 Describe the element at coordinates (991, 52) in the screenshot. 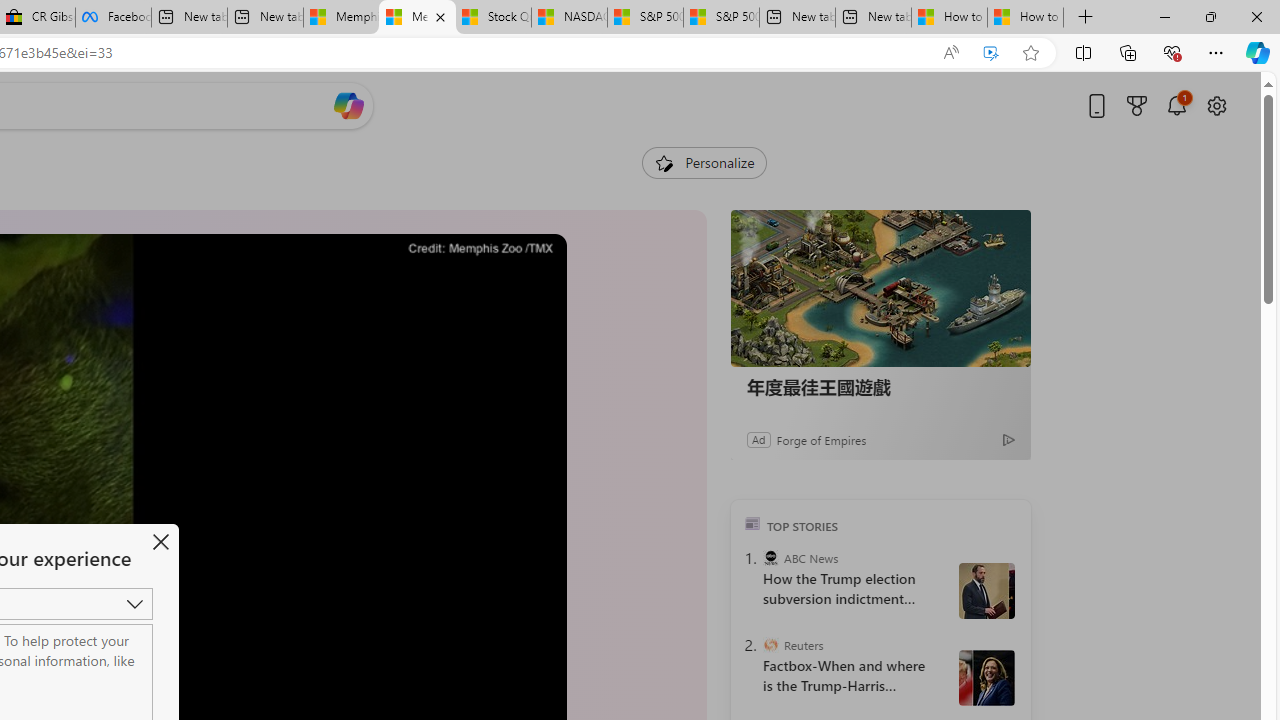

I see `'Enhance video'` at that location.